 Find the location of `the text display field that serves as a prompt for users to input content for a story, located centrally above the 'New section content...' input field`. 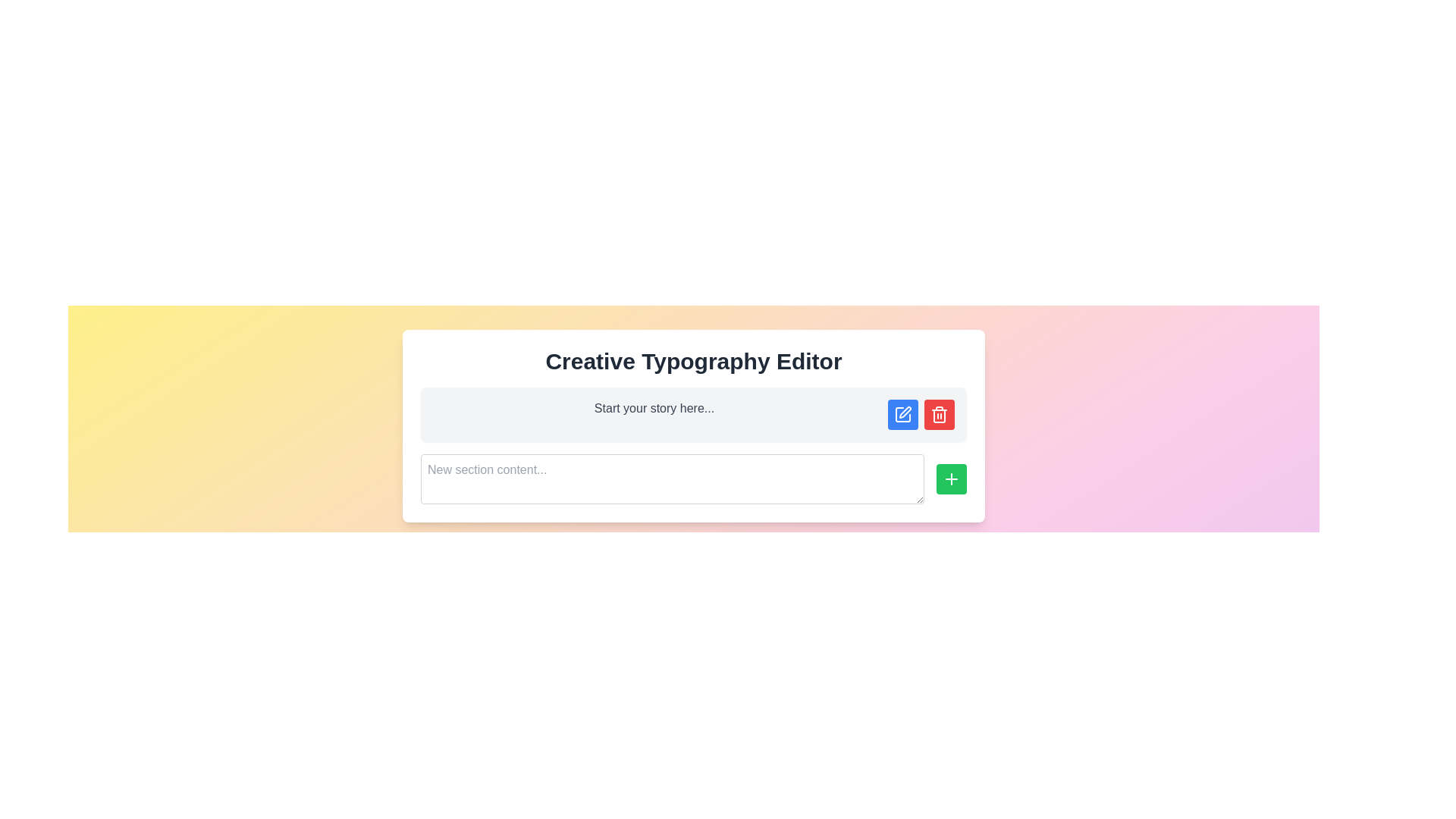

the text display field that serves as a prompt for users to input content for a story, located centrally above the 'New section content...' input field is located at coordinates (654, 408).